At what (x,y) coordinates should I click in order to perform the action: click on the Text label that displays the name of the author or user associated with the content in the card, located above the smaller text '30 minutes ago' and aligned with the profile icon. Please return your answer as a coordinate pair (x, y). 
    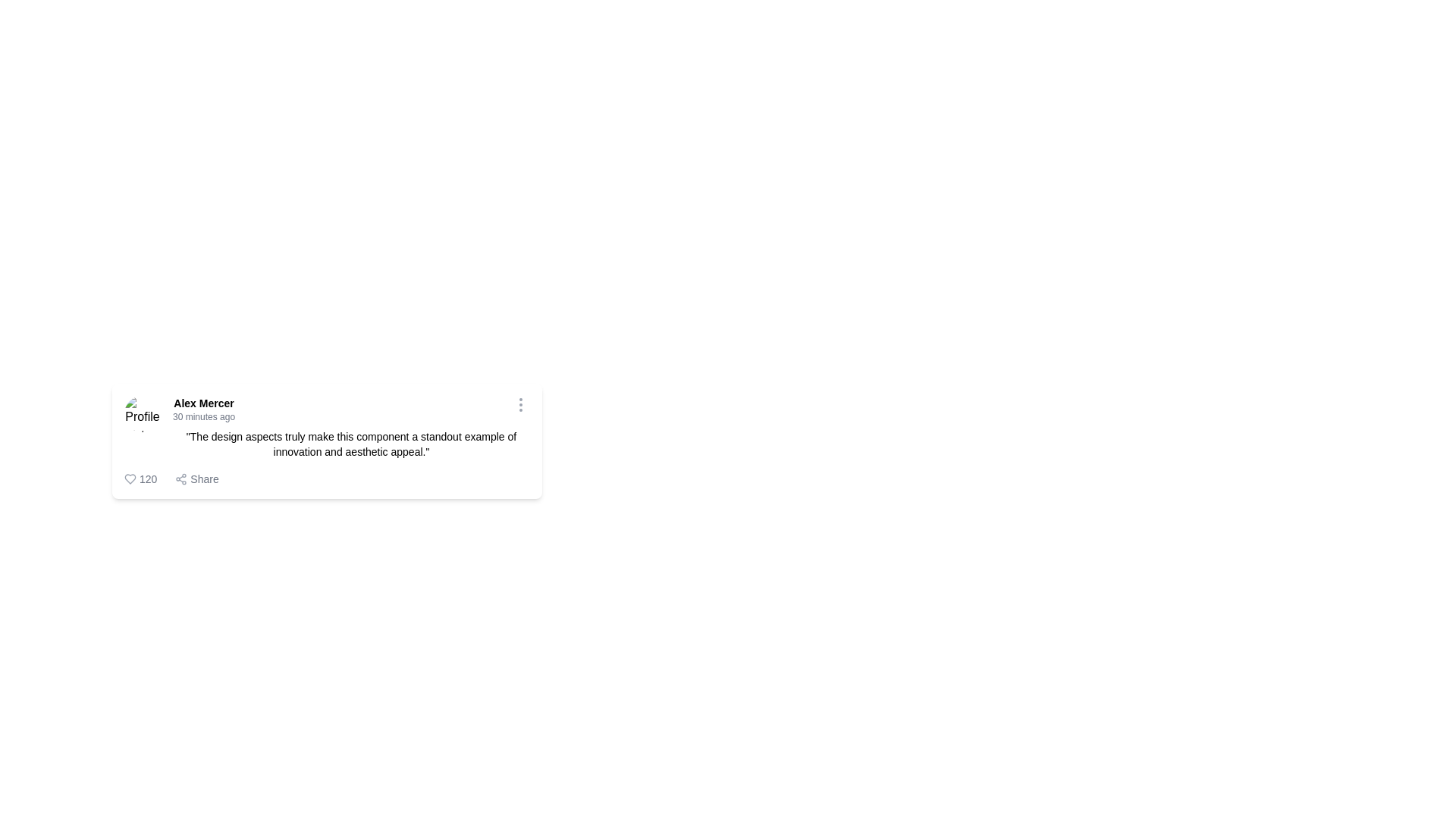
    Looking at the image, I should click on (202, 403).